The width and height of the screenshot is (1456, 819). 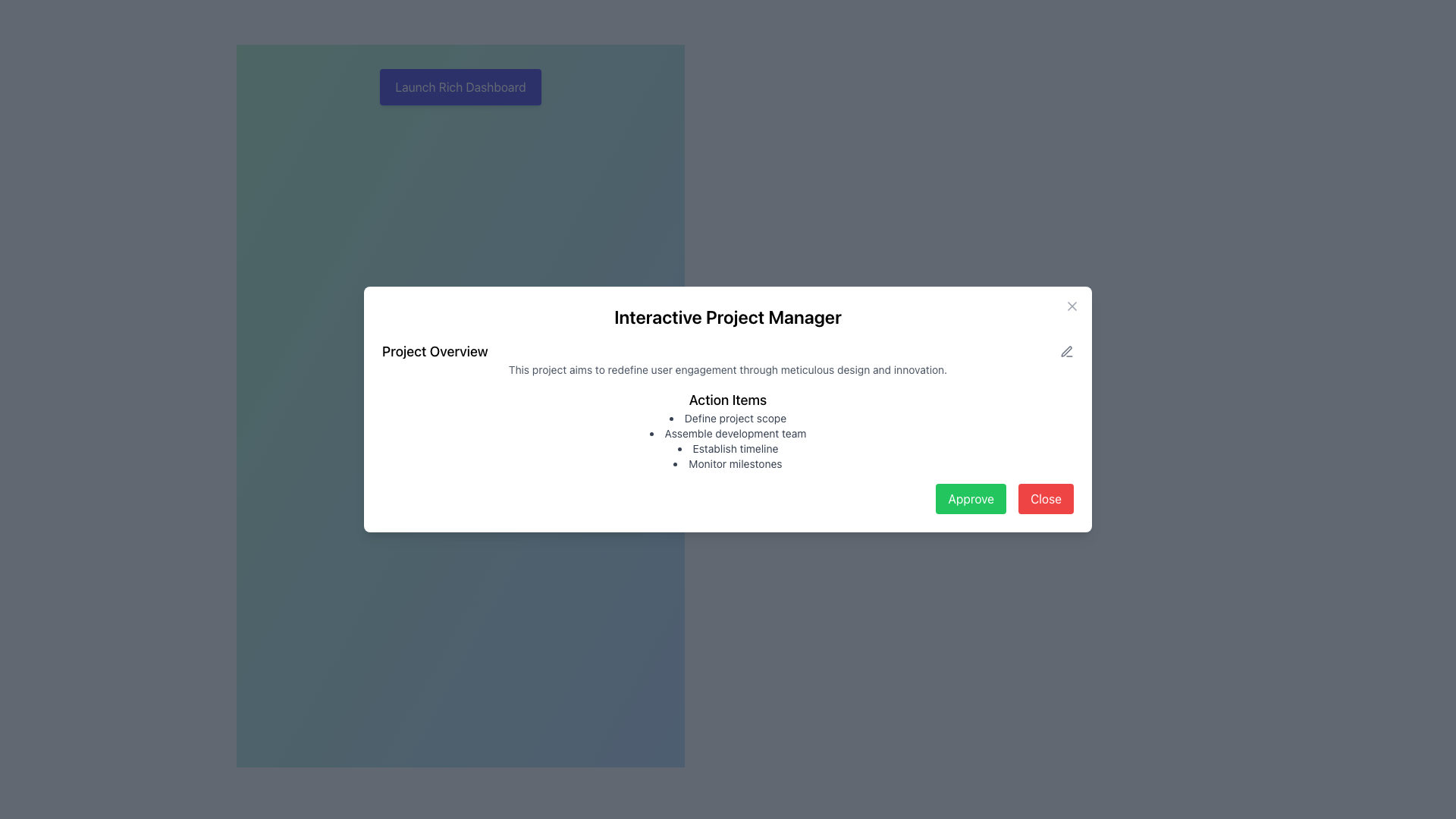 What do you see at coordinates (460, 87) in the screenshot?
I see `the primary action button located above the 'Interactive Project Manager' modal to observe its hover effects` at bounding box center [460, 87].